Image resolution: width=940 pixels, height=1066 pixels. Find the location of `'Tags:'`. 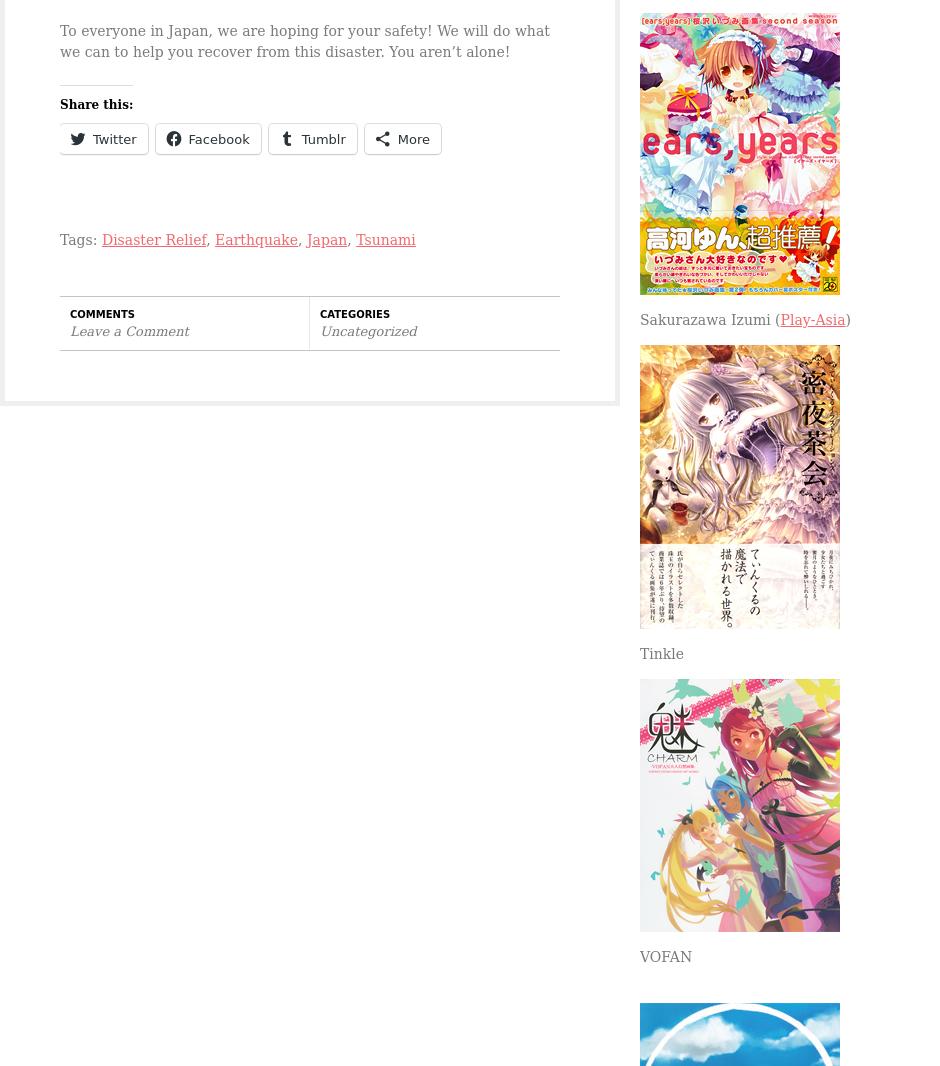

'Tags:' is located at coordinates (58, 238).